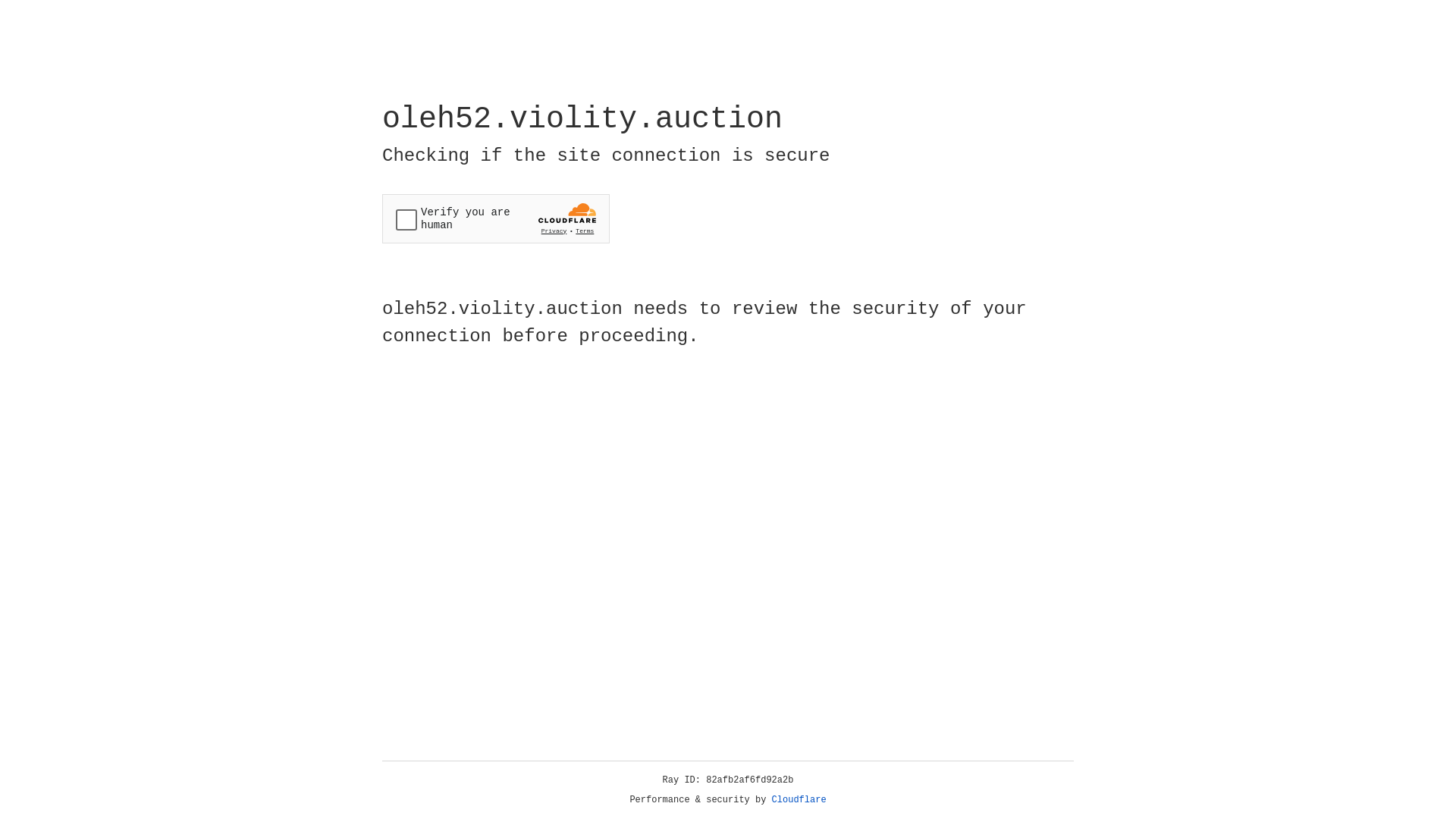 This screenshot has width=1456, height=819. What do you see at coordinates (495, 218) in the screenshot?
I see `'Widget containing a Cloudflare security challenge'` at bounding box center [495, 218].